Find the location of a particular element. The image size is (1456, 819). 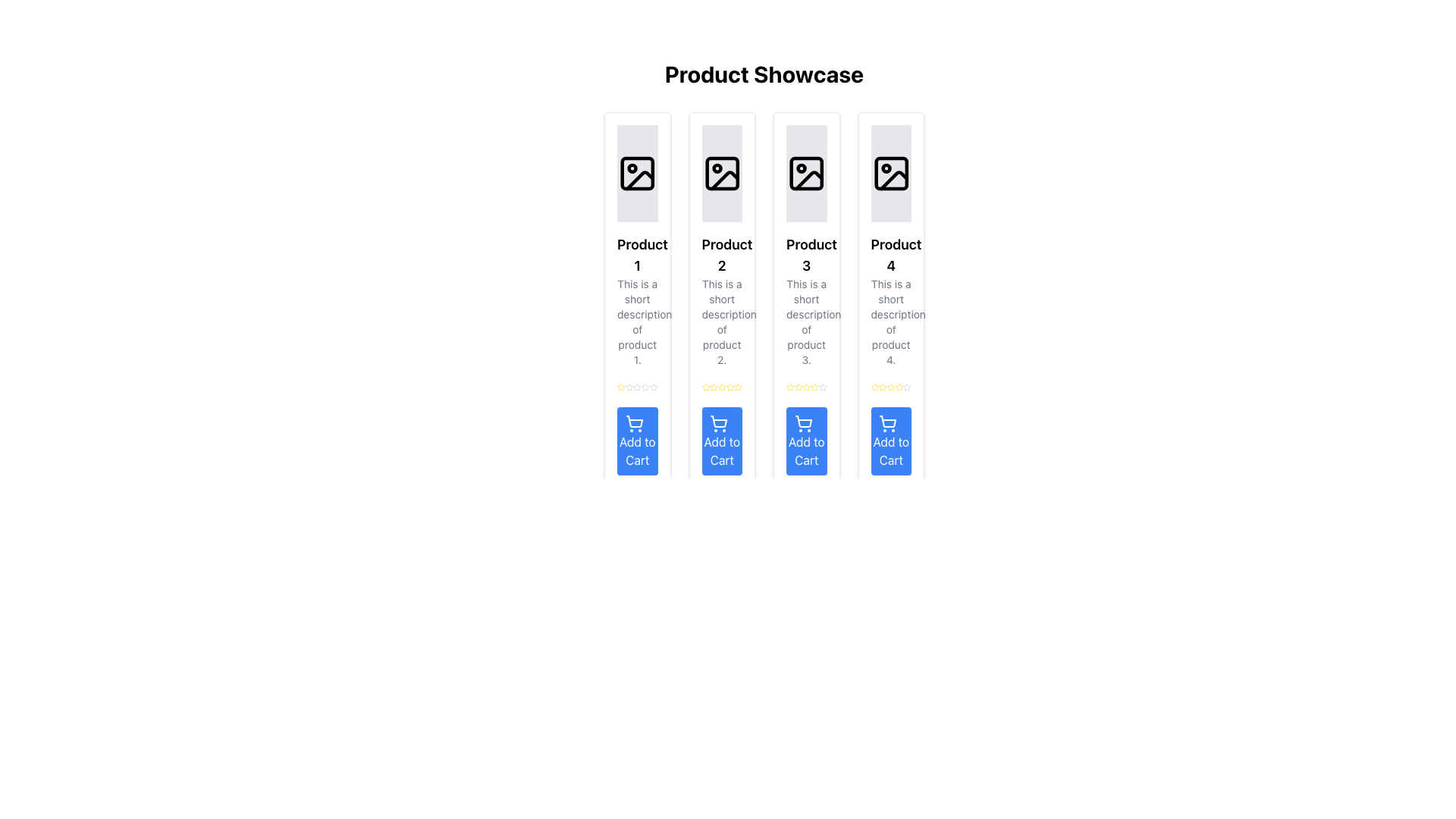

the fifth yellow star icon in the rating system for 'Product 4' is located at coordinates (899, 386).